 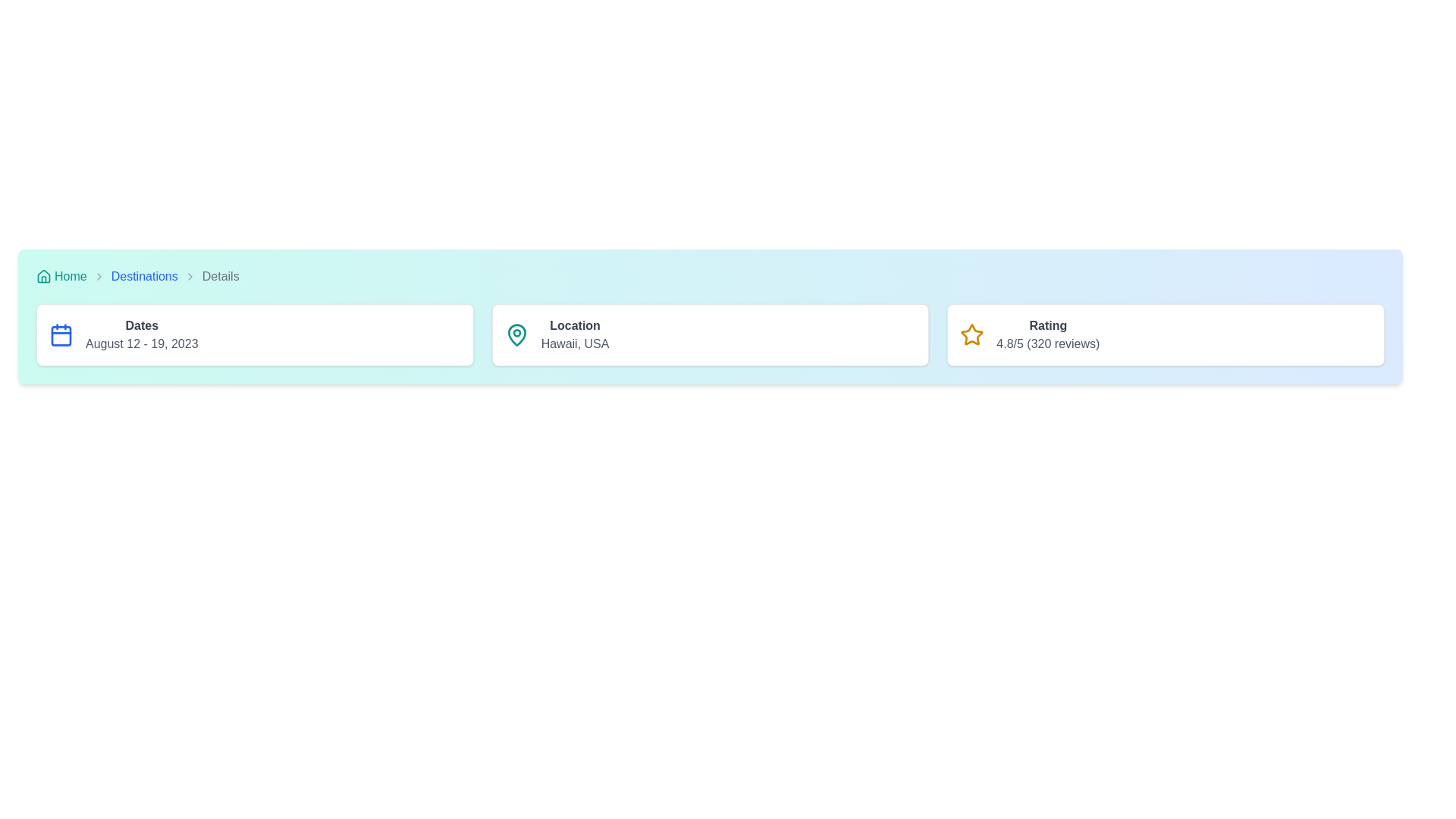 I want to click on the informational Text label indicating a date range, which is the first element in a row of three boxes, positioned to the left, so click(x=142, y=334).